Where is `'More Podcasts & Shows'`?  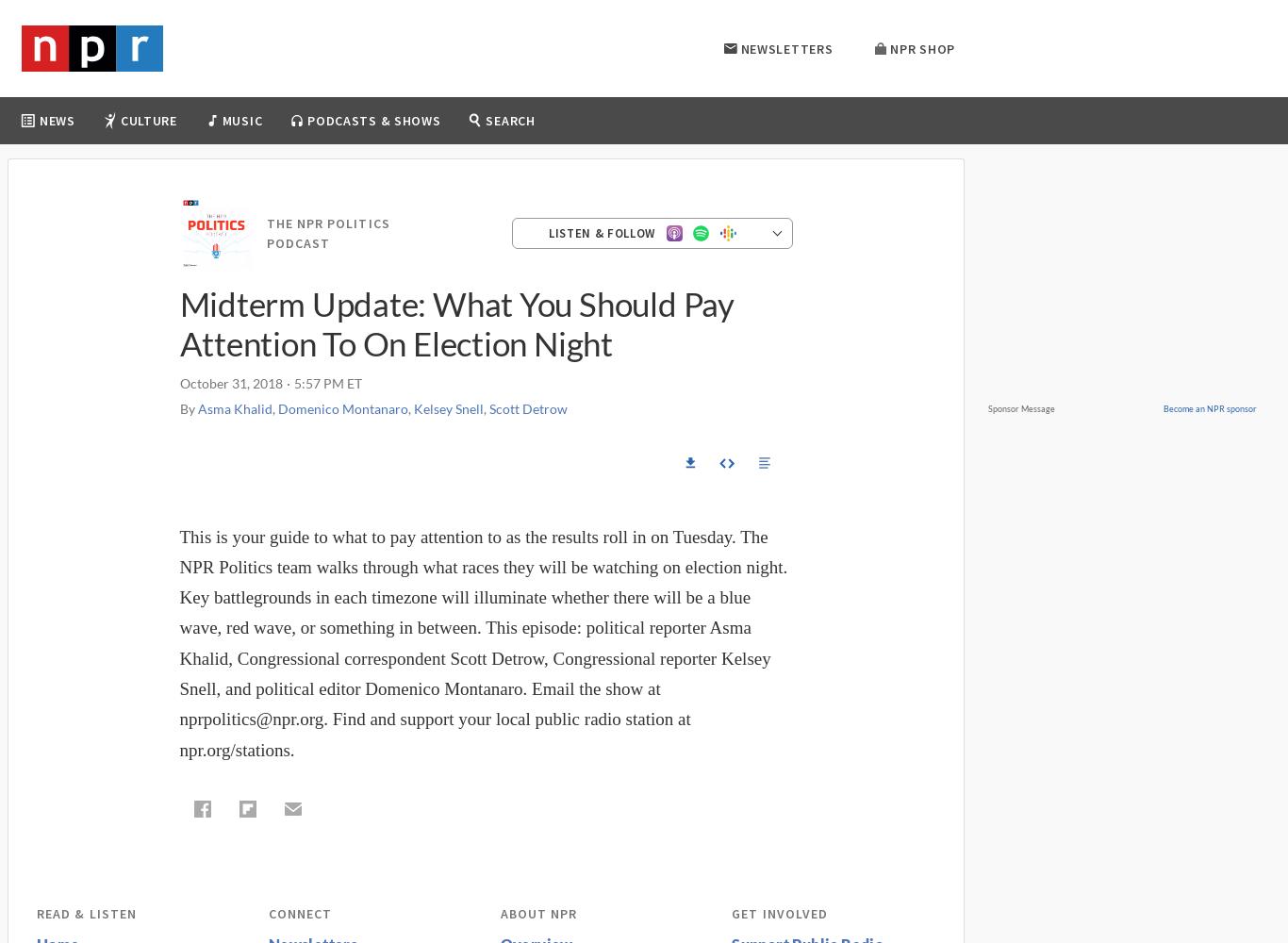 'More Podcasts & Shows' is located at coordinates (611, 399).